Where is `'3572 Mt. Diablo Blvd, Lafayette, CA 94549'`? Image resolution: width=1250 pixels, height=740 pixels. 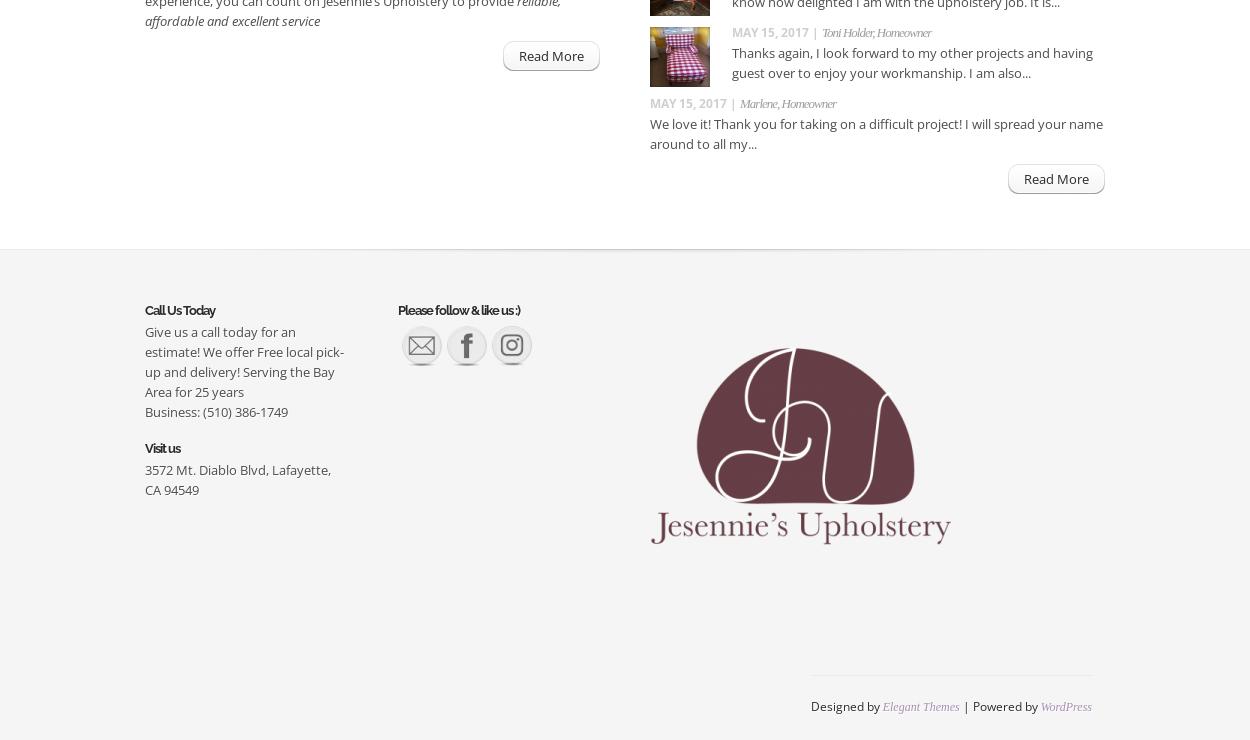 '3572 Mt. Diablo Blvd, Lafayette, CA 94549' is located at coordinates (237, 479).